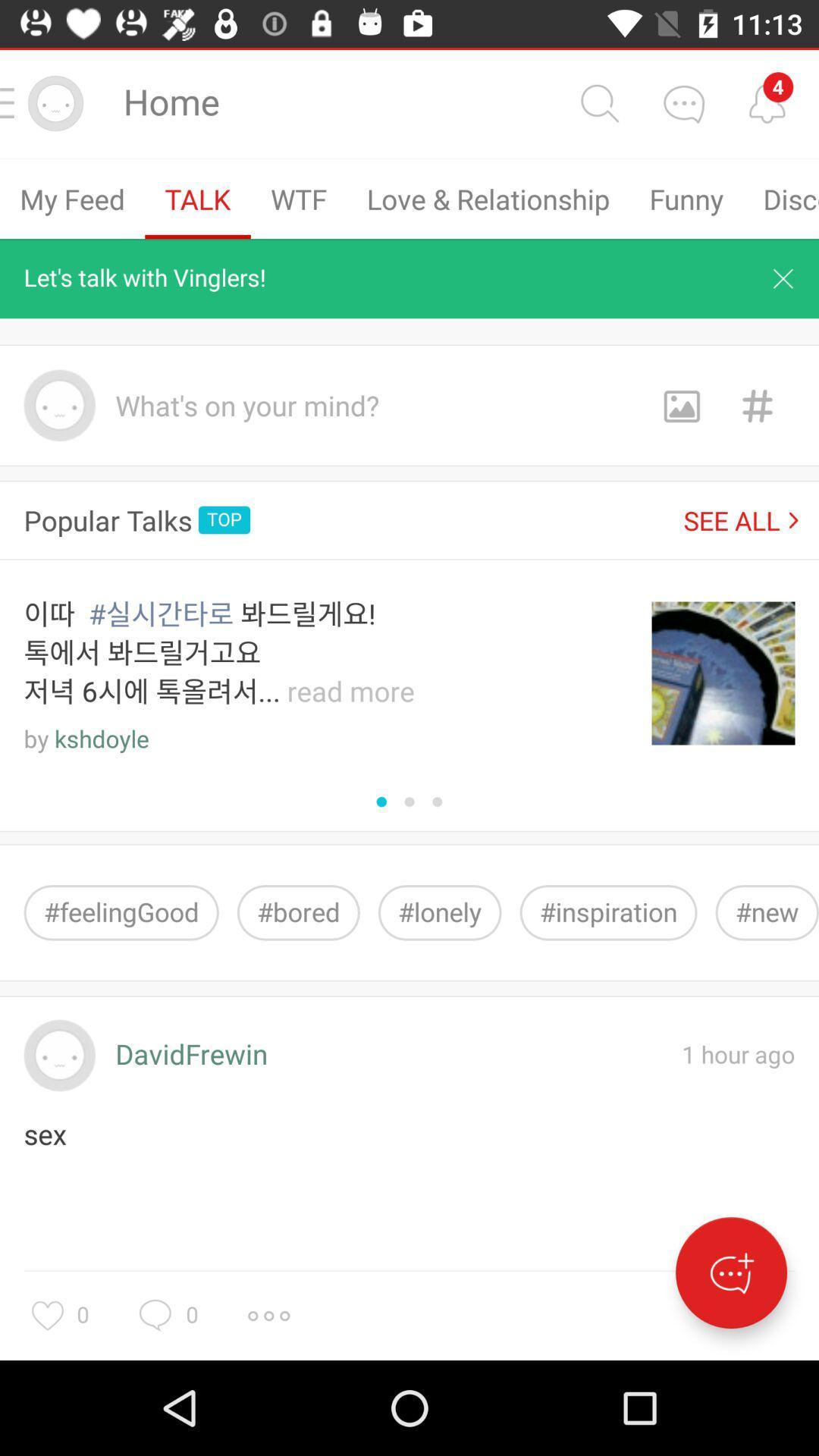  I want to click on draft new message, so click(730, 1272).